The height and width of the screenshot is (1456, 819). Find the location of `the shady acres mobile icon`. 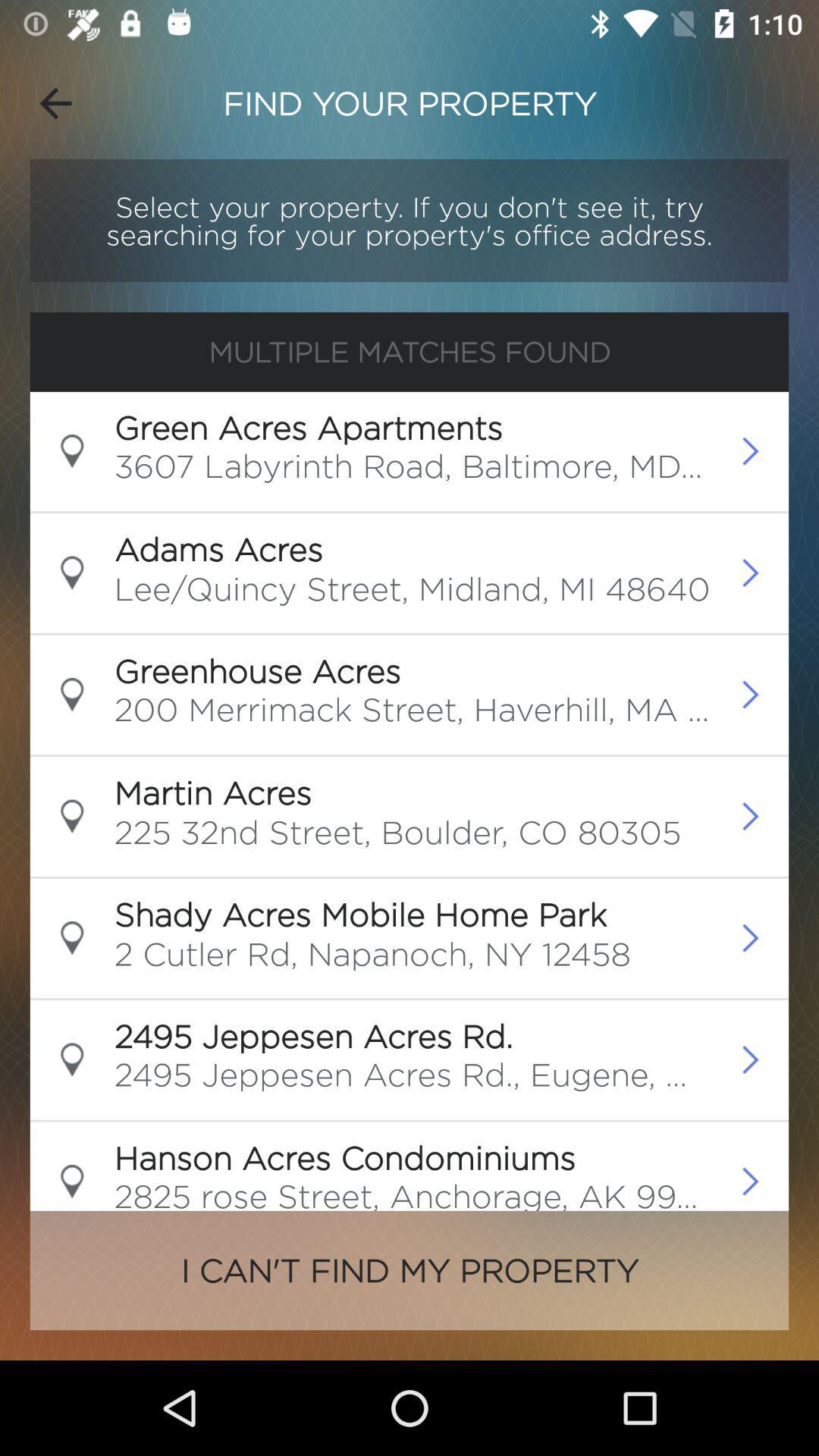

the shady acres mobile icon is located at coordinates (360, 913).